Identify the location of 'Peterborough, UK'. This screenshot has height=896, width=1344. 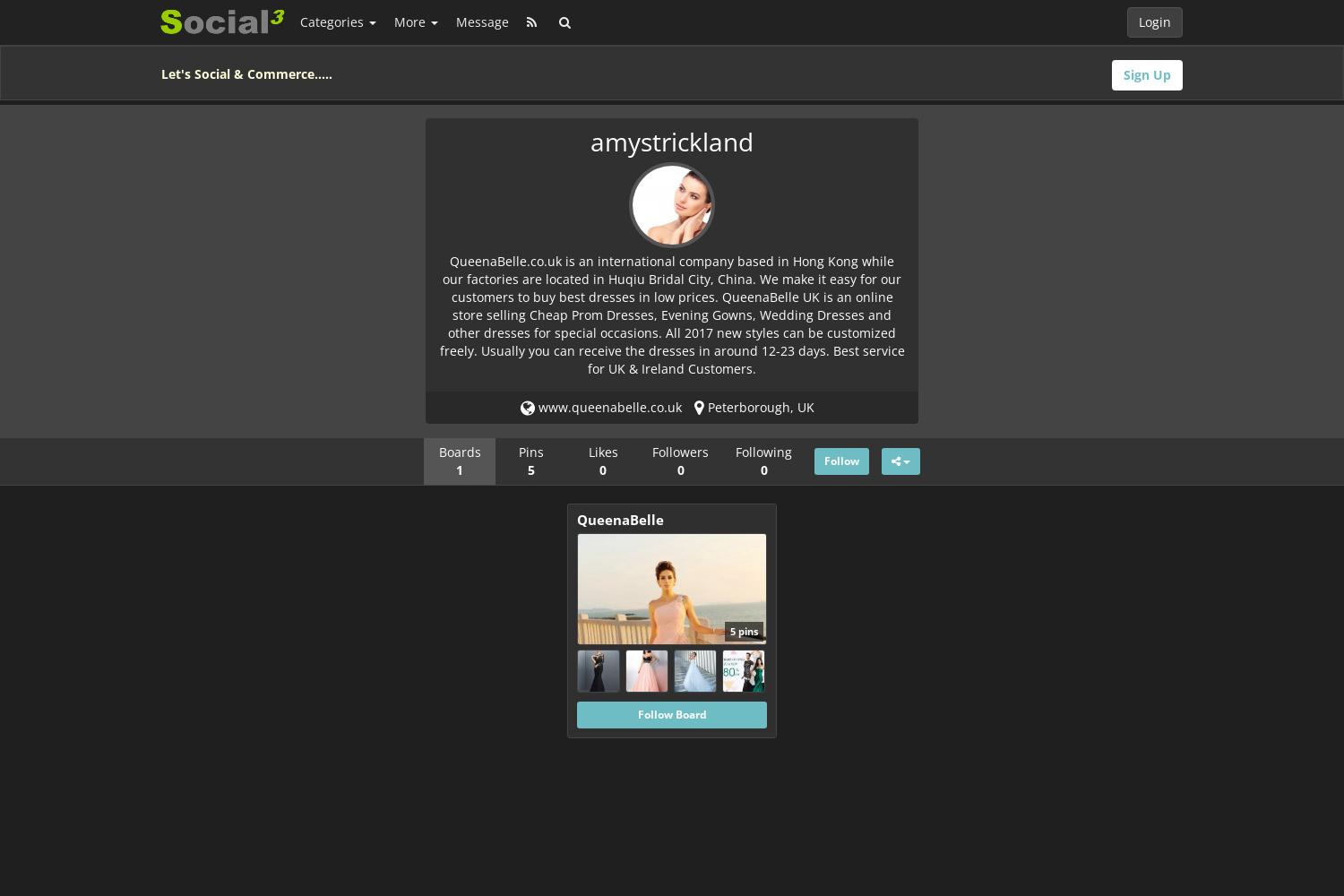
(758, 405).